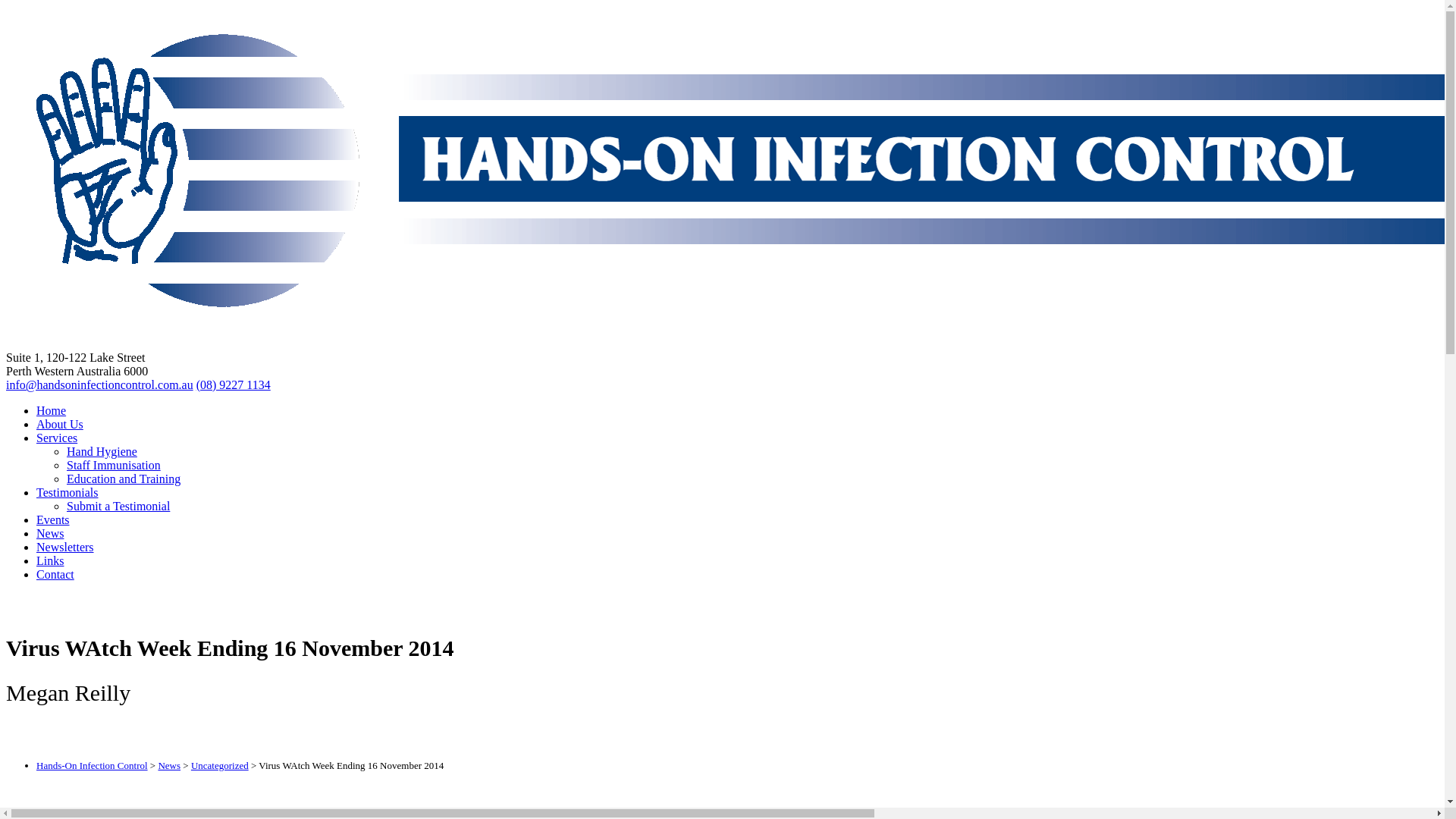 The width and height of the screenshot is (1456, 819). What do you see at coordinates (112, 464) in the screenshot?
I see `'Staff Immunisation'` at bounding box center [112, 464].